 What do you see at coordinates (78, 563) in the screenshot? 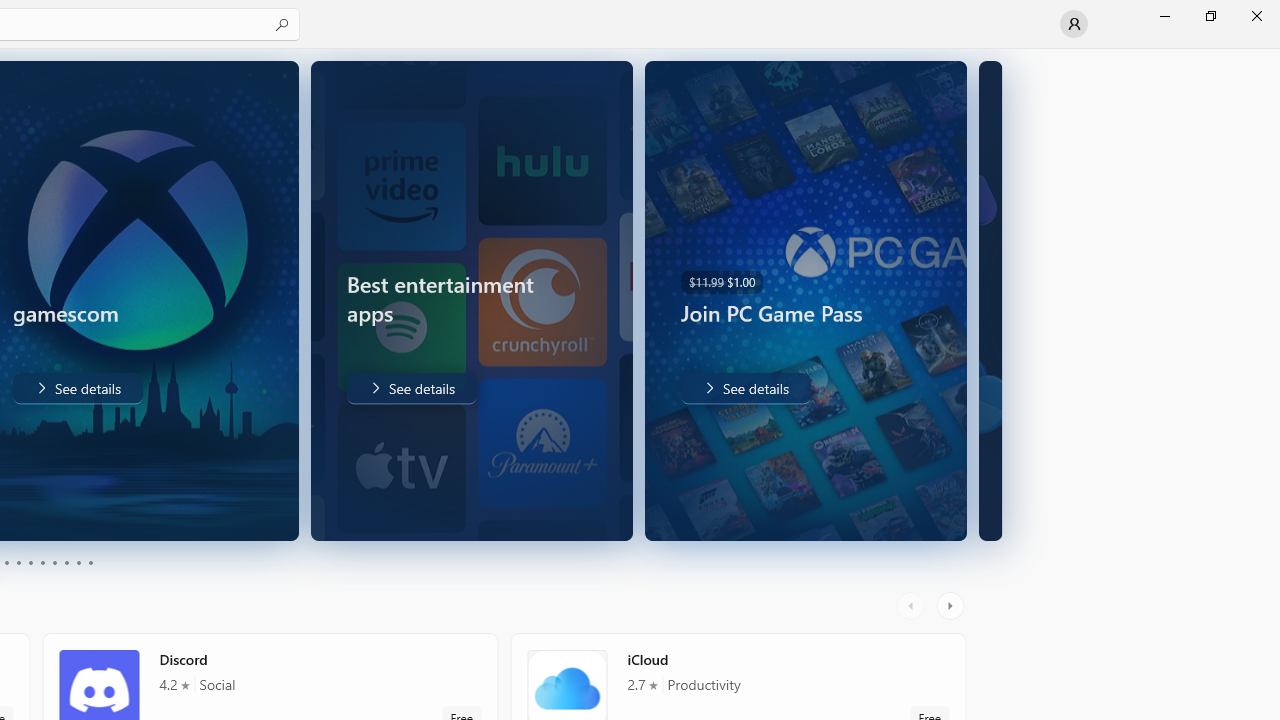
I see `'Page 9'` at bounding box center [78, 563].